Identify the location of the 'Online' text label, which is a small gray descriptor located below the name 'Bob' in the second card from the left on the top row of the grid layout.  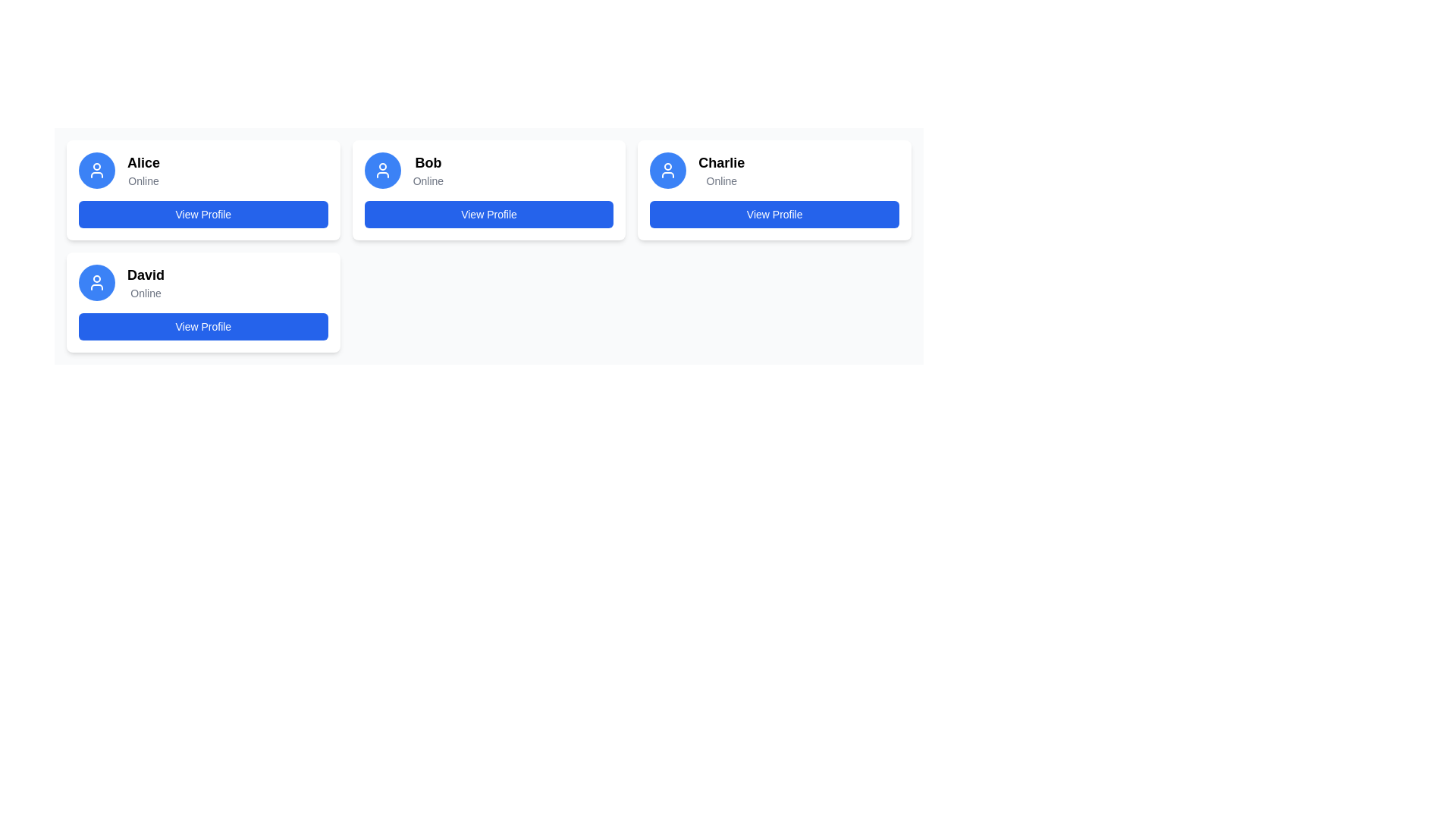
(427, 180).